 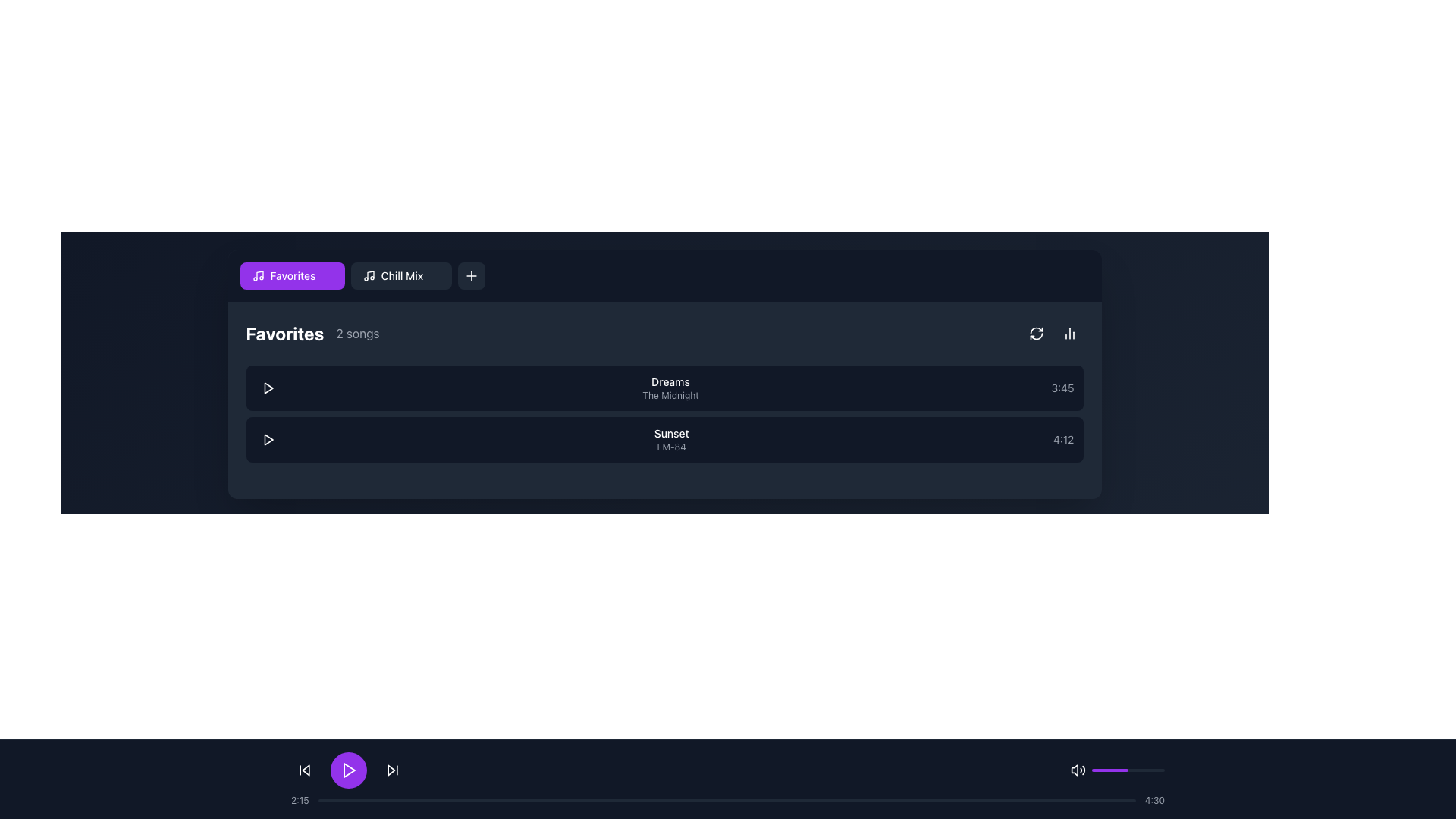 What do you see at coordinates (1110, 770) in the screenshot?
I see `slider position` at bounding box center [1110, 770].